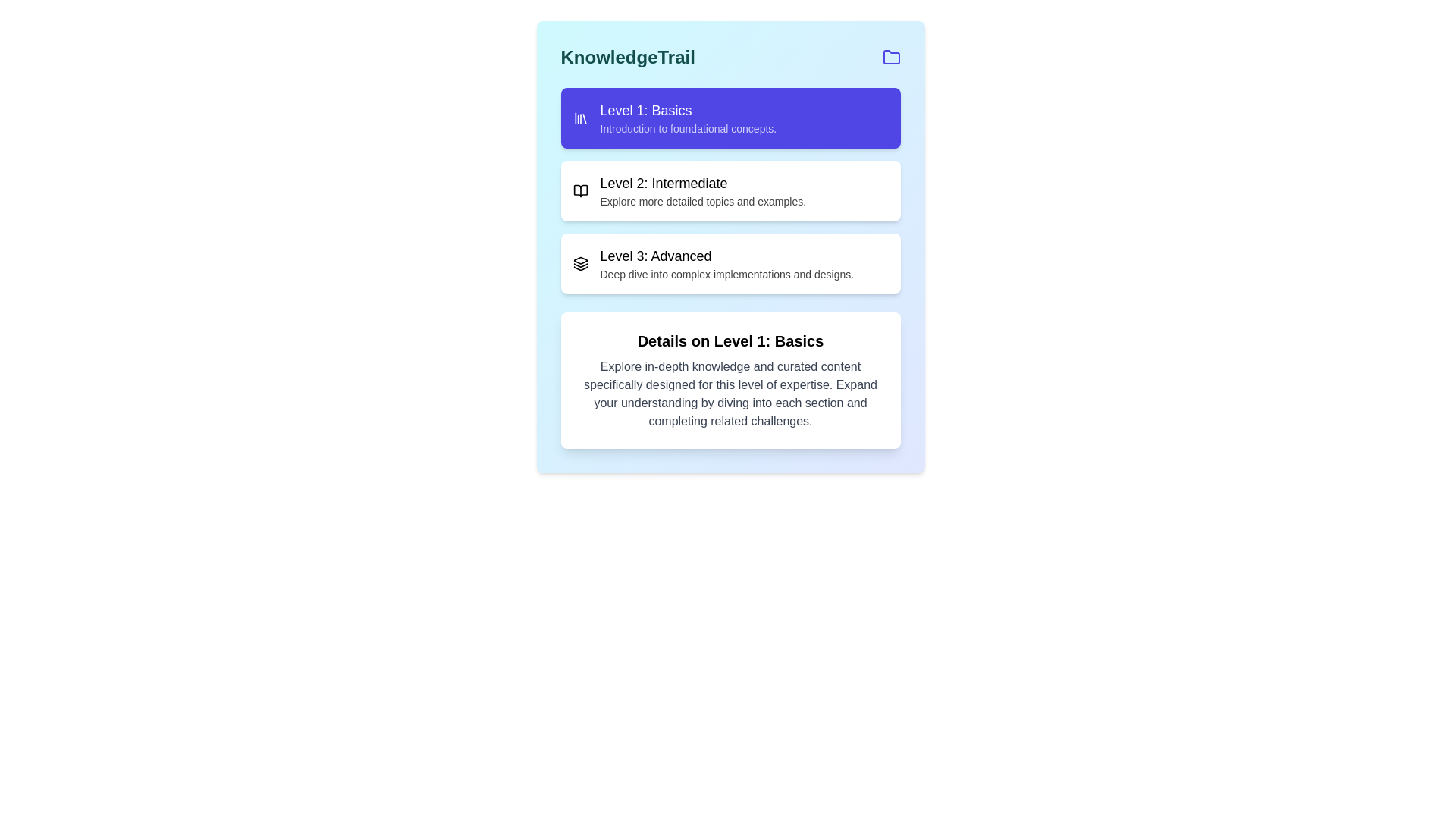 The height and width of the screenshot is (819, 1456). Describe the element at coordinates (730, 190) in the screenshot. I see `the 'Level 2: Intermediate' button, which has a white background and rounded corners` at that location.